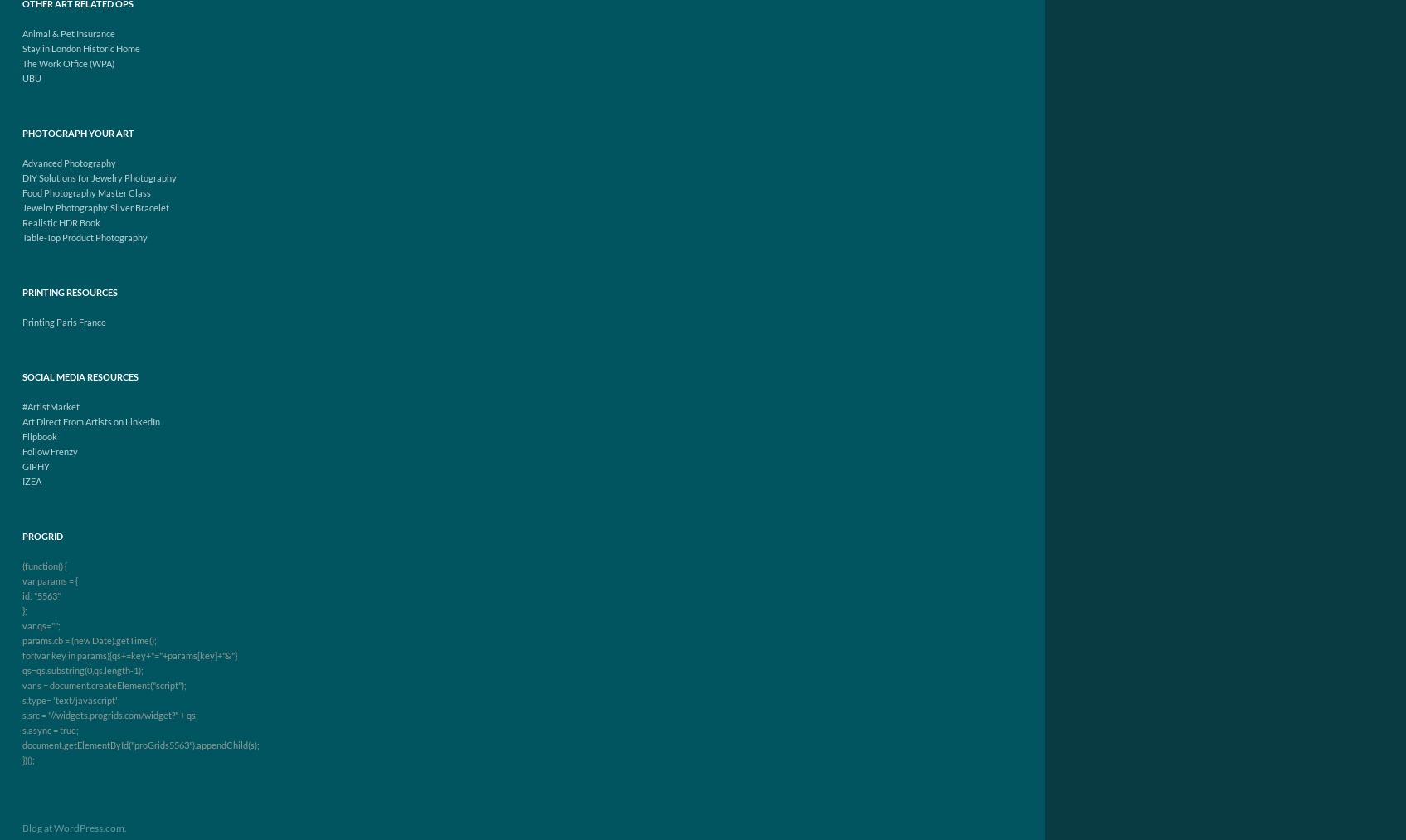 Image resolution: width=1406 pixels, height=840 pixels. Describe the element at coordinates (32, 481) in the screenshot. I see `'IZEA'` at that location.